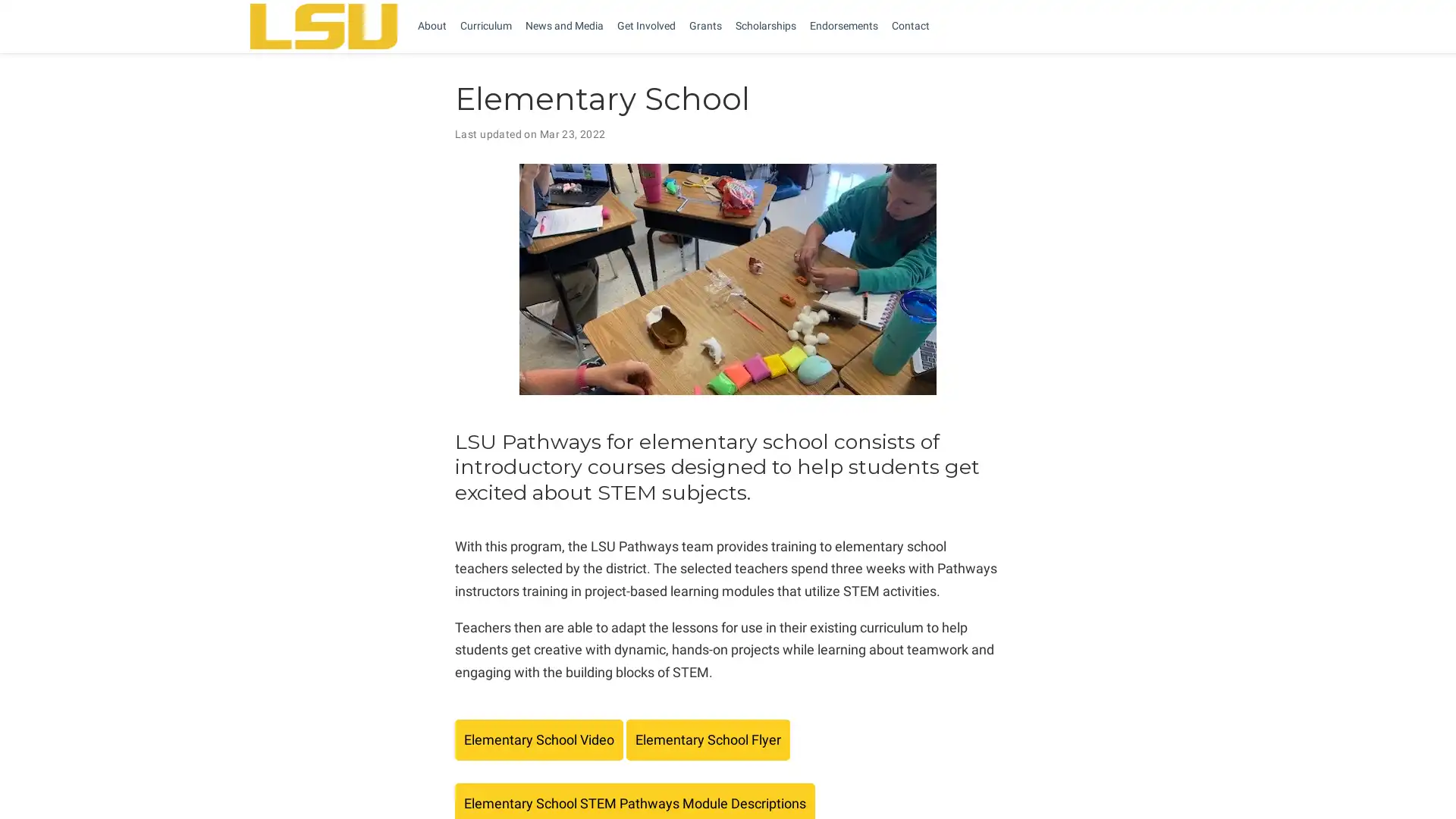 The image size is (1456, 819). I want to click on Elementary School Video, so click(538, 739).